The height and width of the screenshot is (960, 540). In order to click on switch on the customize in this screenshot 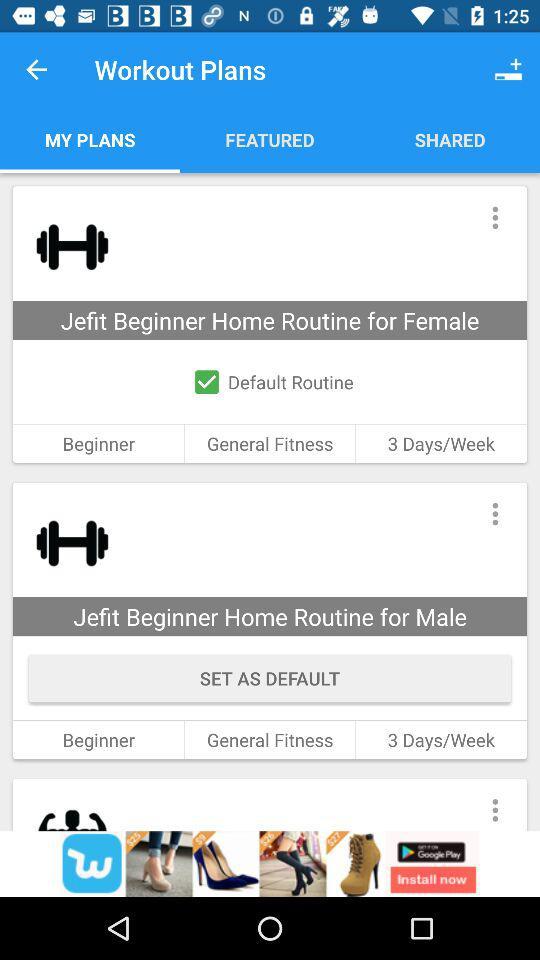, I will do `click(494, 513)`.